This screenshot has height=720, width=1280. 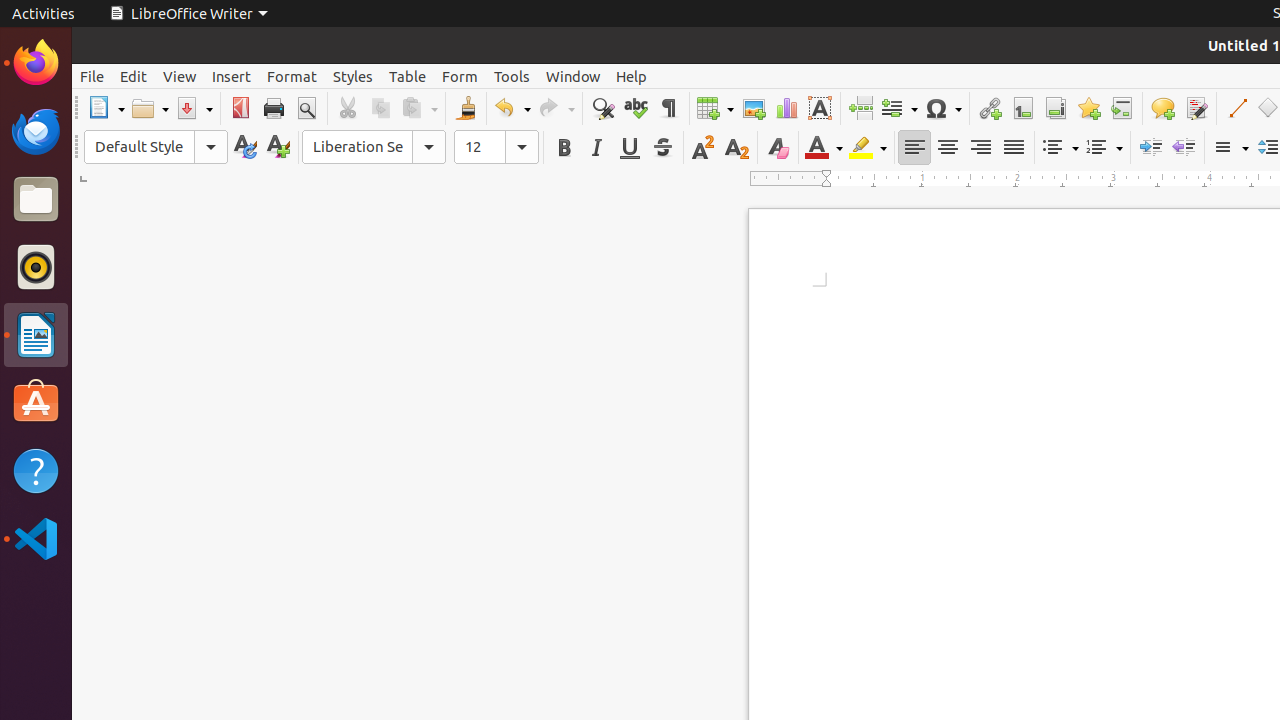 I want to click on 'Image', so click(x=752, y=108).